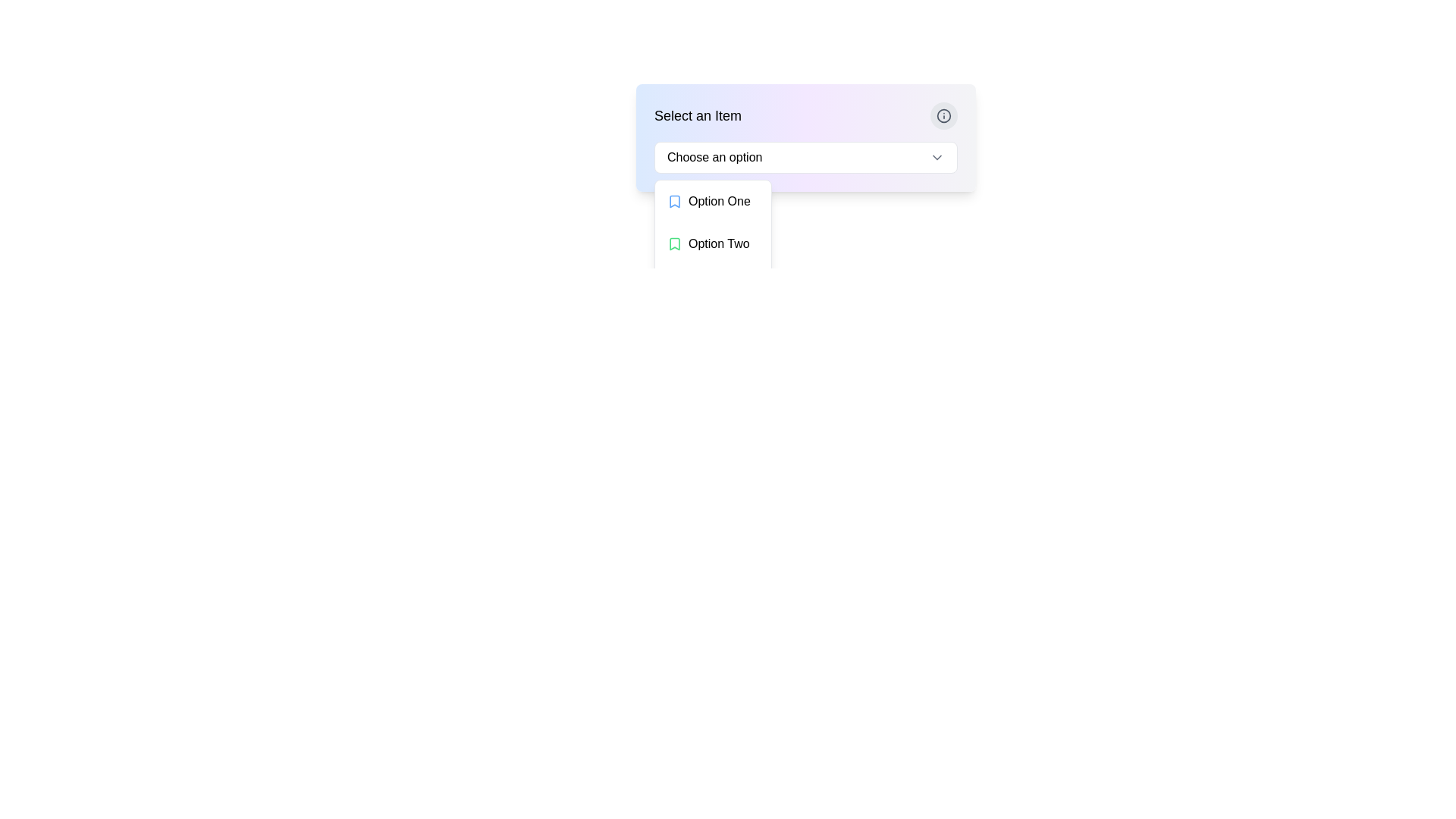 This screenshot has width=1456, height=819. What do you see at coordinates (937, 158) in the screenshot?
I see `the Chevron-Down icon, which is a downward-pointing arrow located at the far-right end of the 'Choose an option' button` at bounding box center [937, 158].